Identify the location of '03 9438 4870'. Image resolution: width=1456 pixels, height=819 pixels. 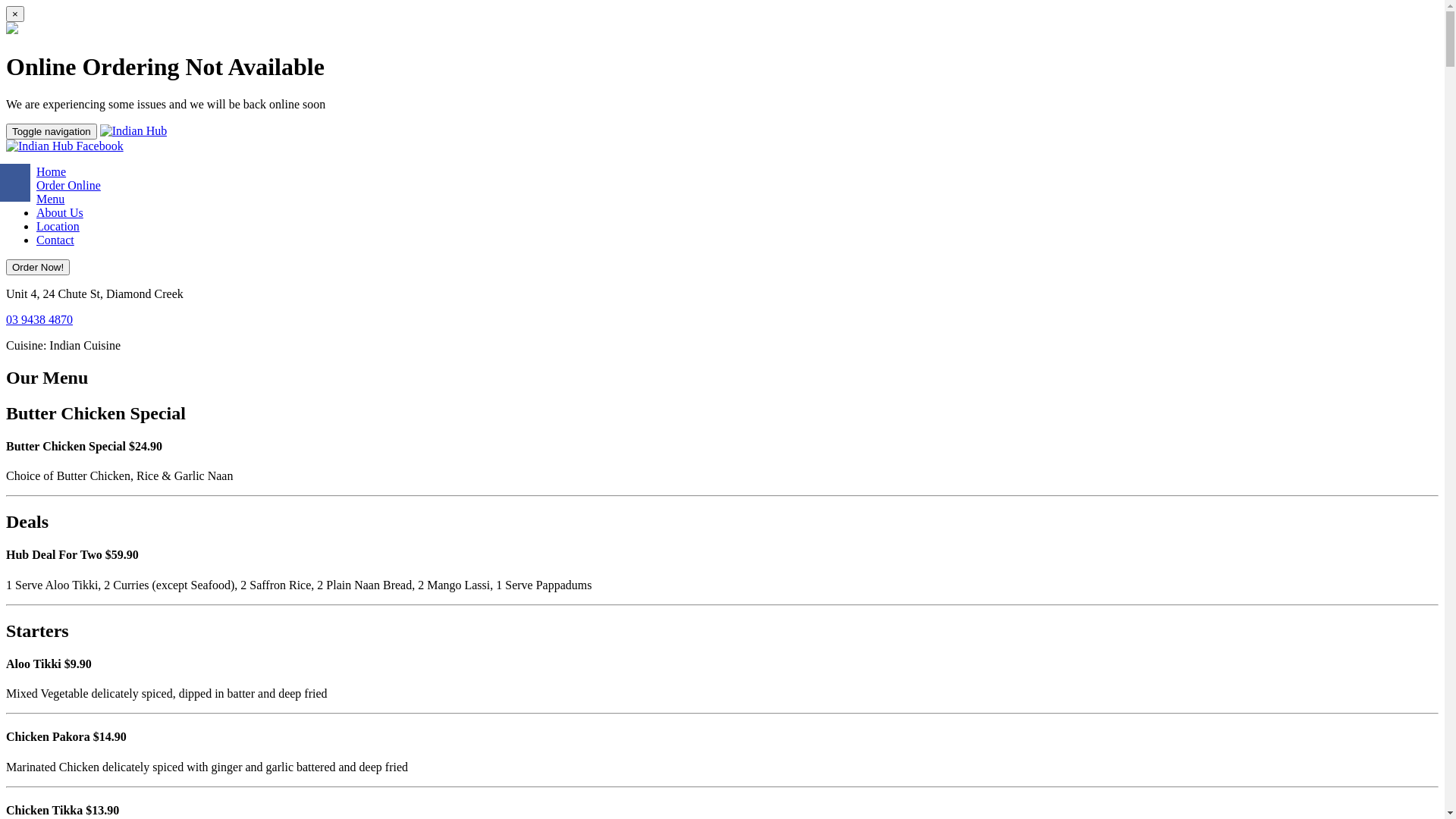
(39, 318).